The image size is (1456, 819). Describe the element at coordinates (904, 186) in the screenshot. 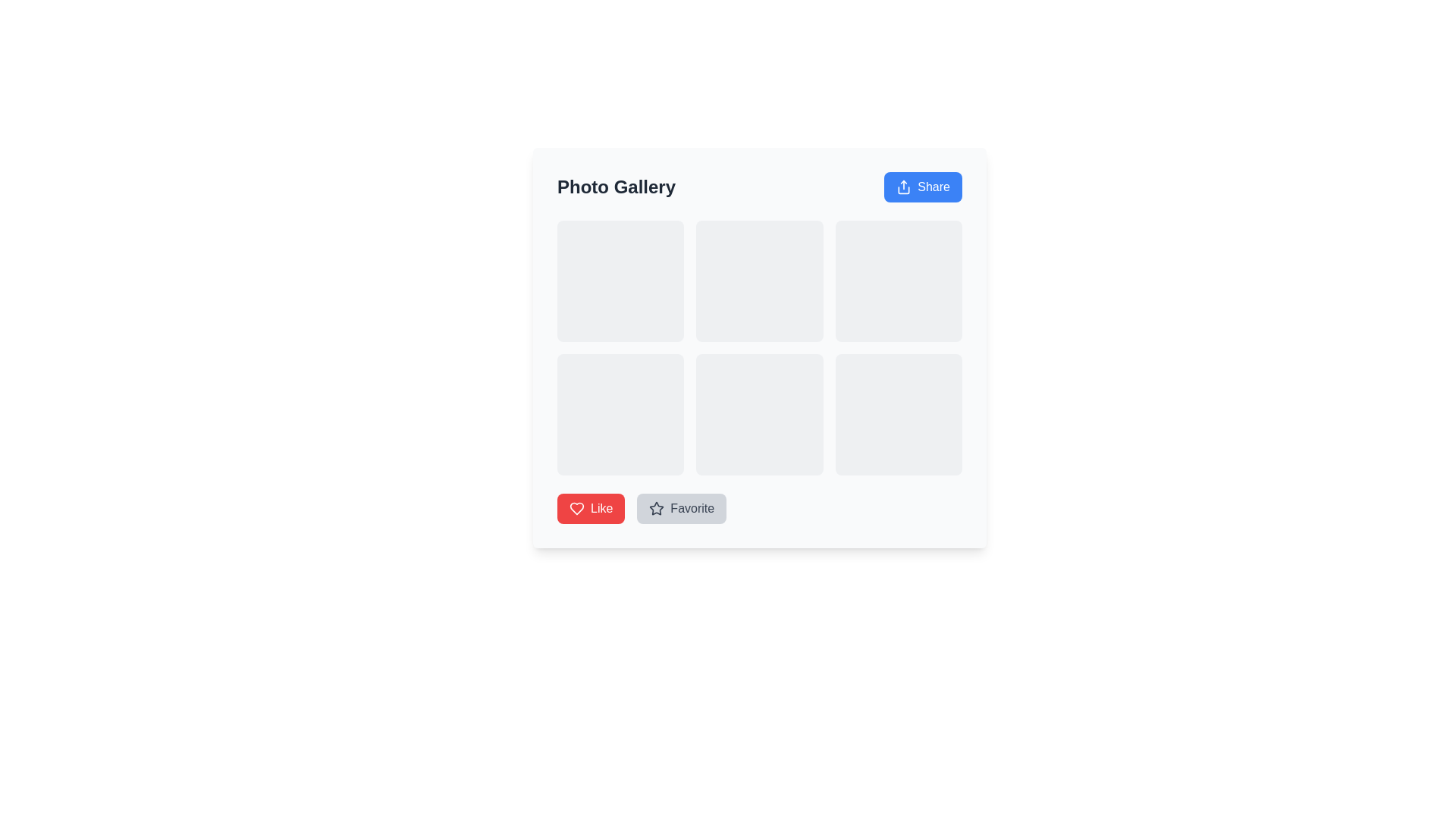

I see `the share icon with a blue background and white border, located beside the 'Share' text, to initiate a share action` at that location.